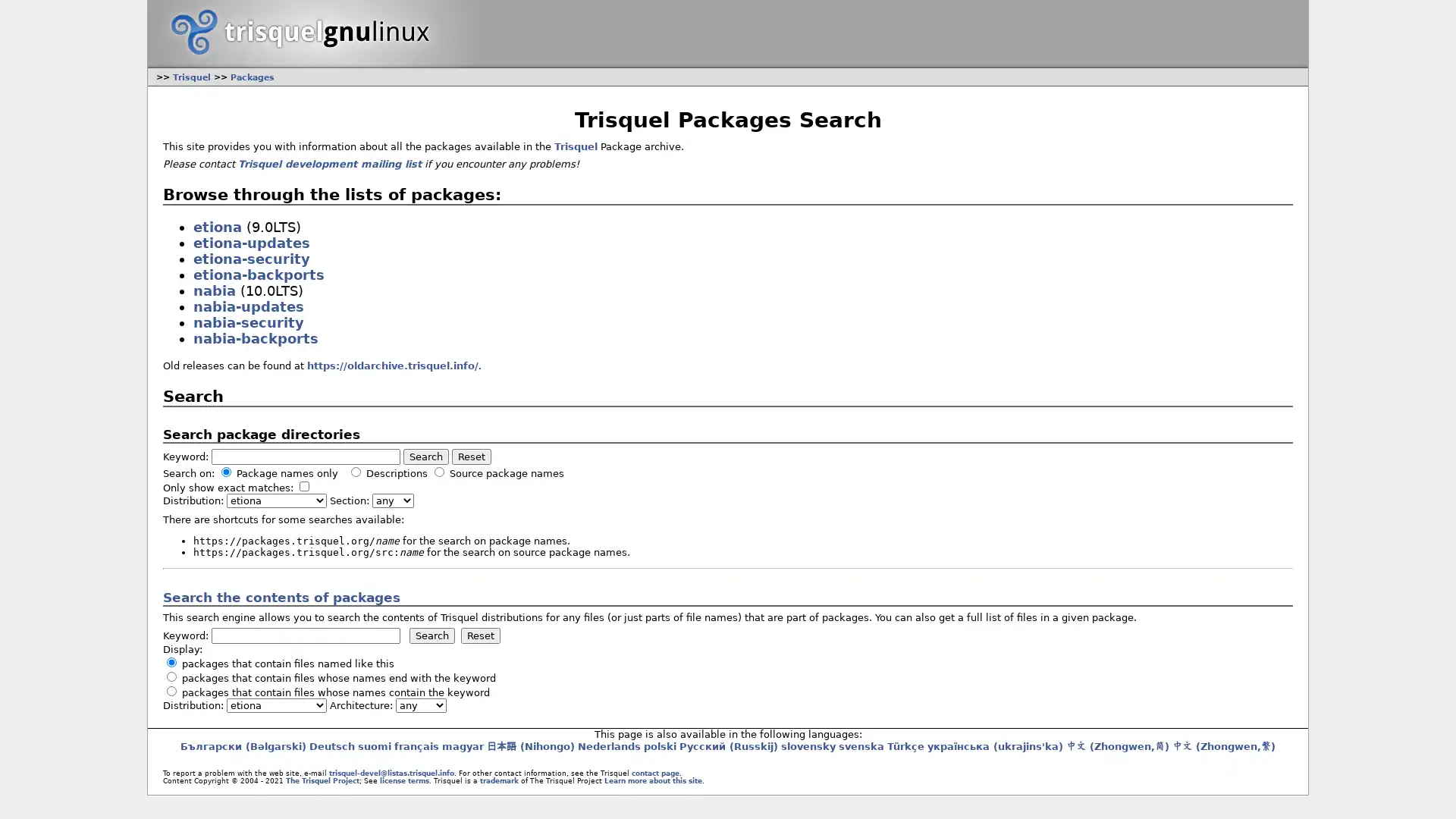 The height and width of the screenshot is (819, 1456). I want to click on Reset, so click(479, 635).